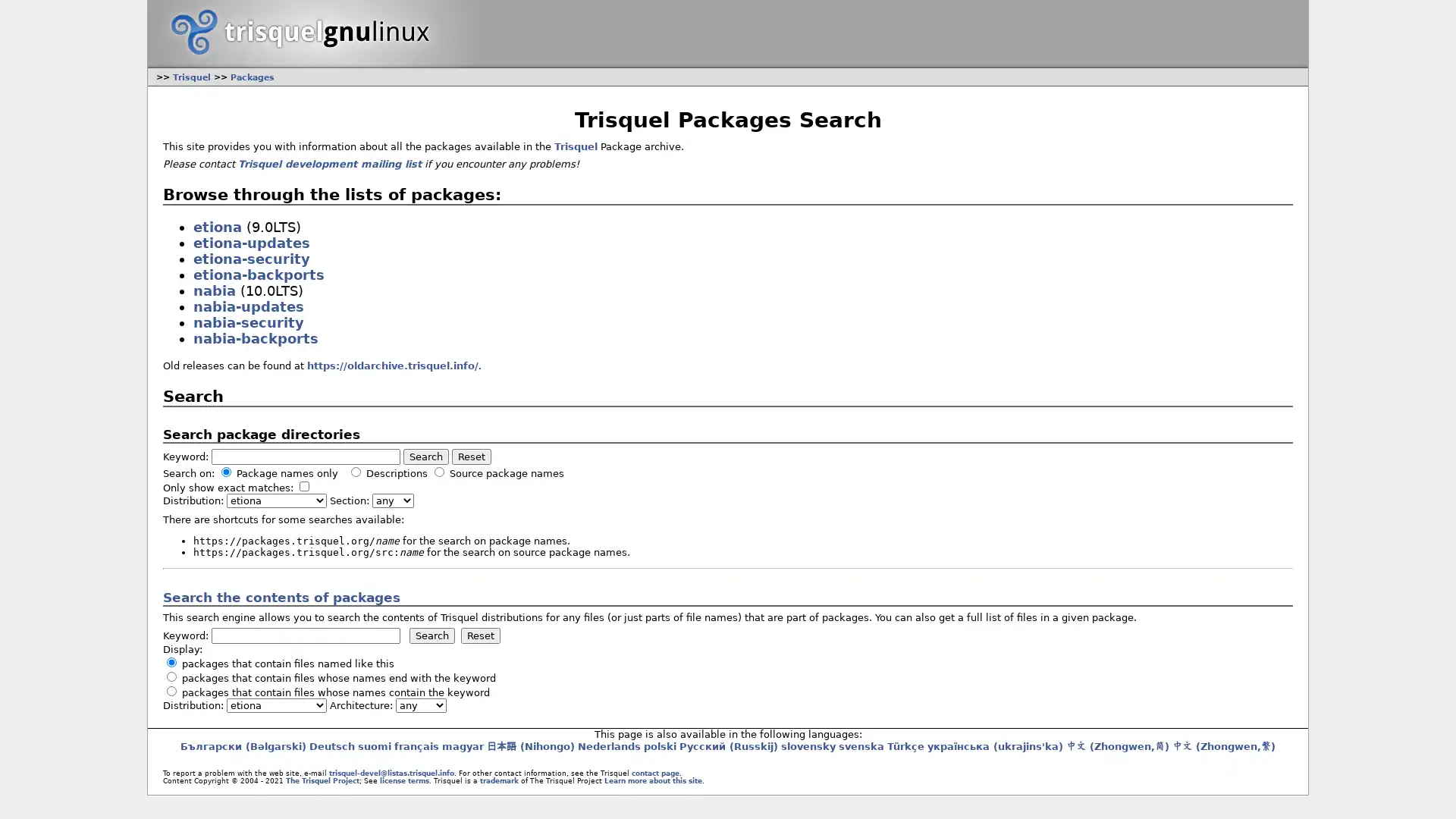 The height and width of the screenshot is (819, 1456). I want to click on Reset, so click(479, 635).